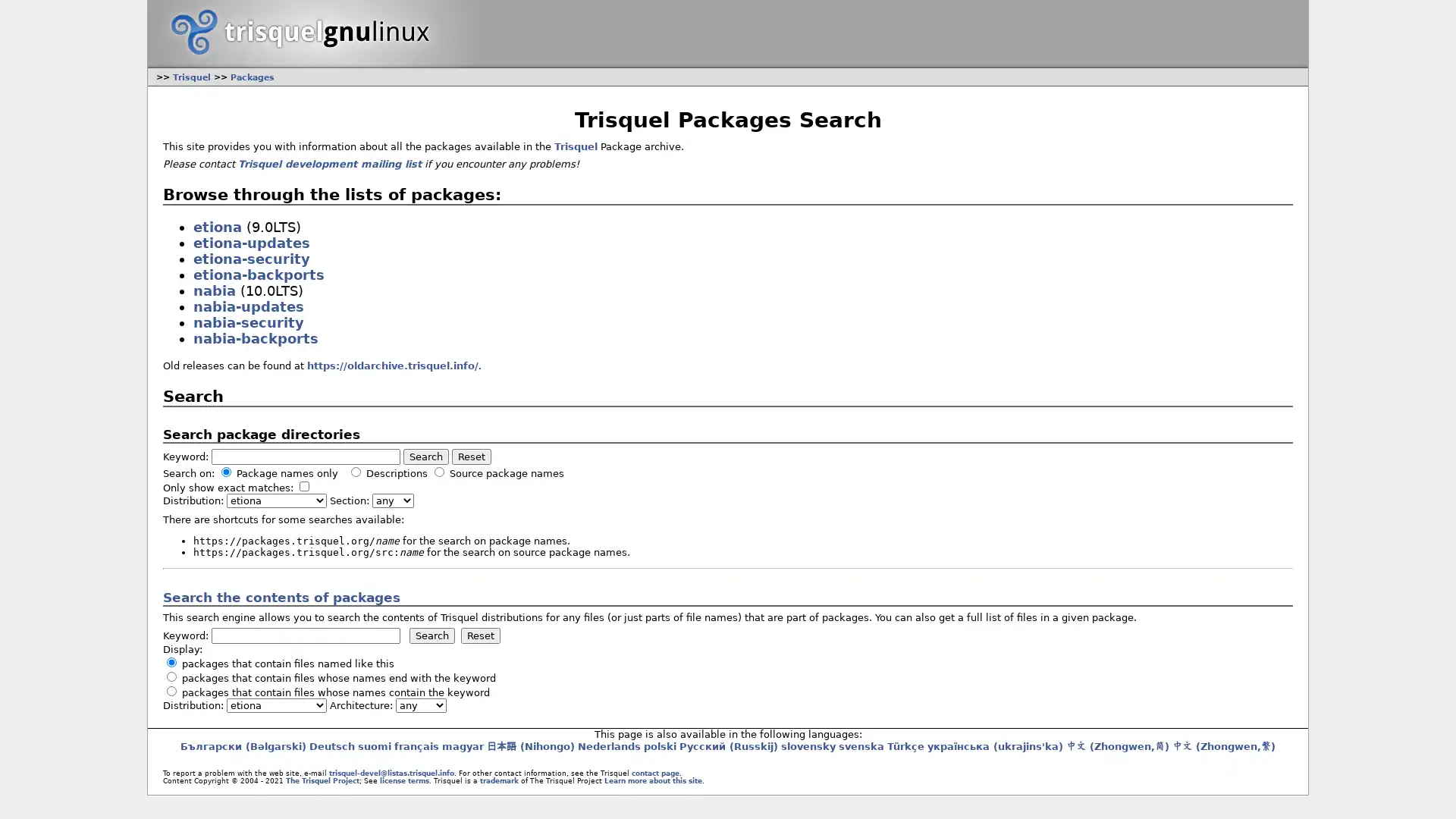 The height and width of the screenshot is (819, 1456). I want to click on Reset, so click(479, 635).